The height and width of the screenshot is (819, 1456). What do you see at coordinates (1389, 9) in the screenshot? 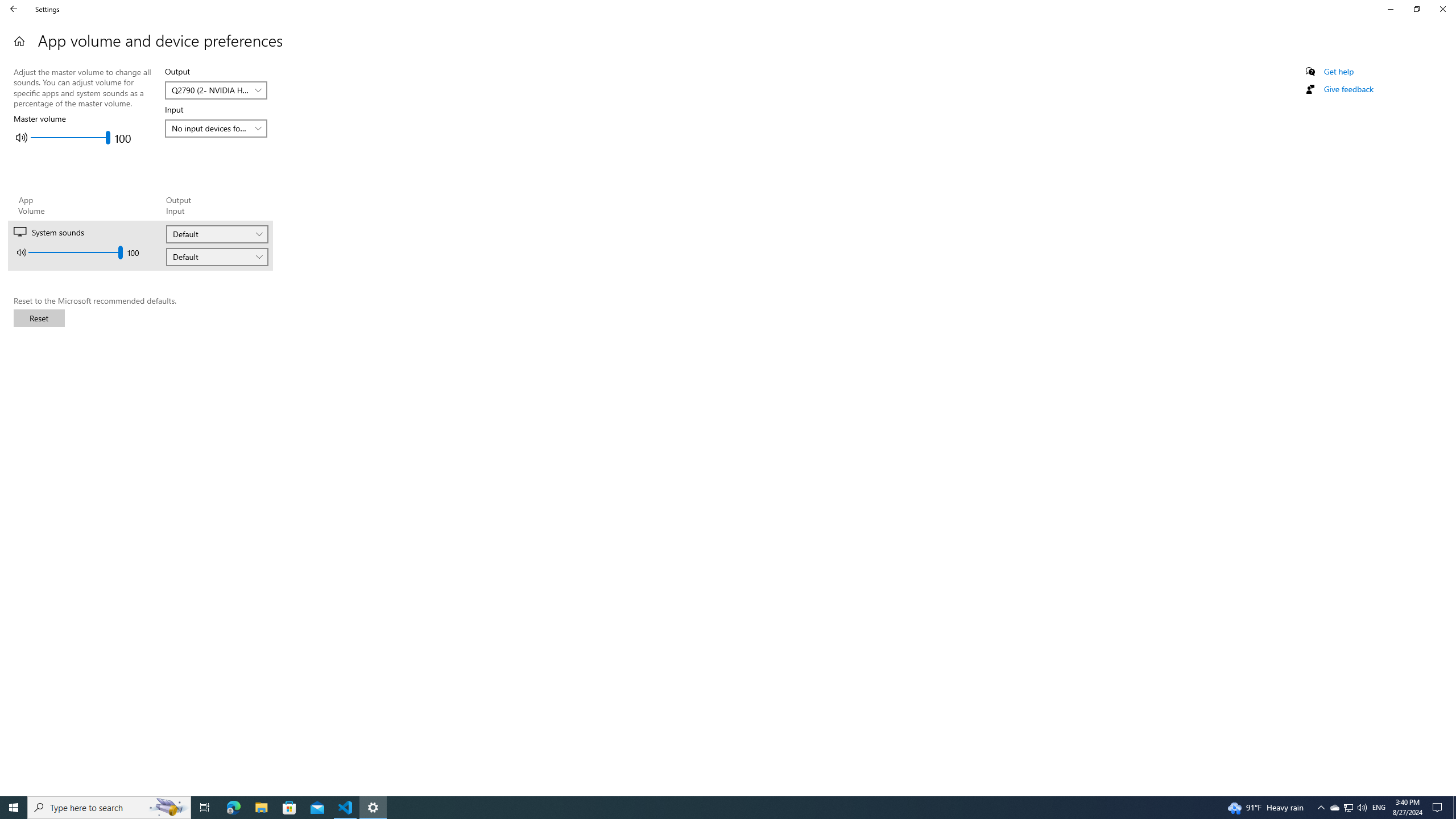
I see `'Minimize Settings'` at bounding box center [1389, 9].